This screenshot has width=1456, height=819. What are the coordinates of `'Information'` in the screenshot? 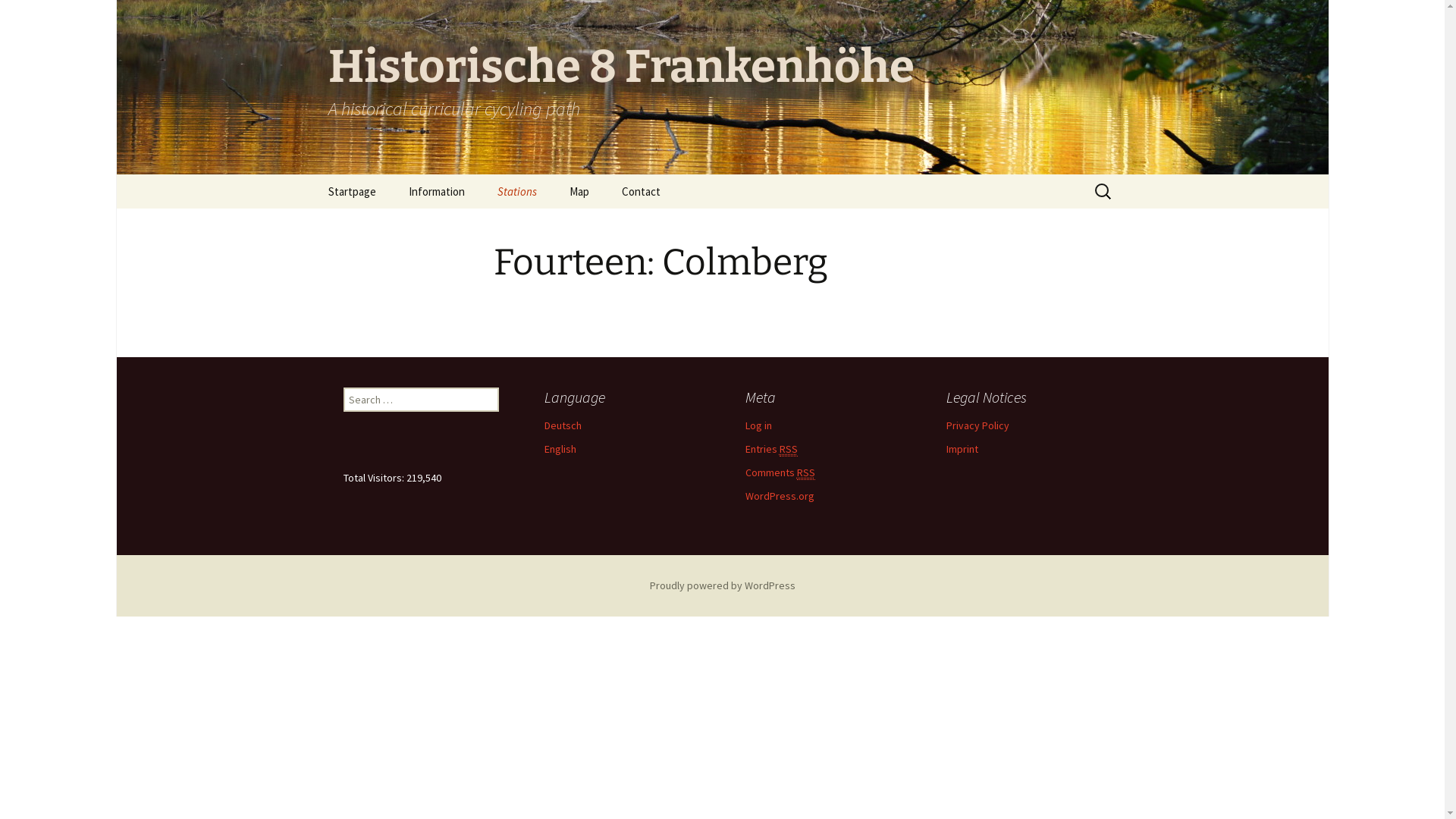 It's located at (435, 190).